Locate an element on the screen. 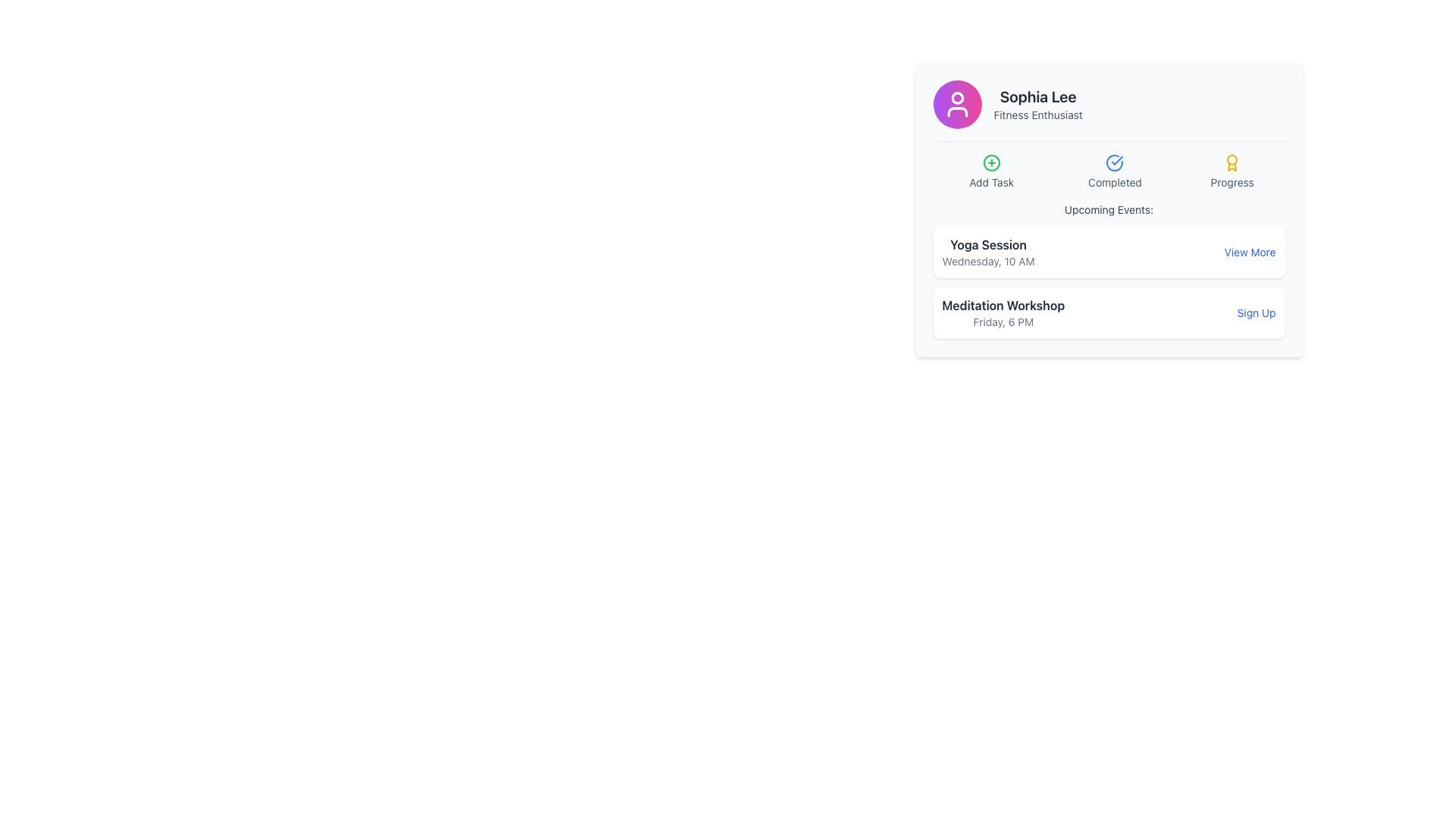 This screenshot has width=1456, height=819. the 'Sign Up' interactive link styled in blue with an underline on hover, located at the far right of the 'Meditation Workshop' card is located at coordinates (1257, 312).